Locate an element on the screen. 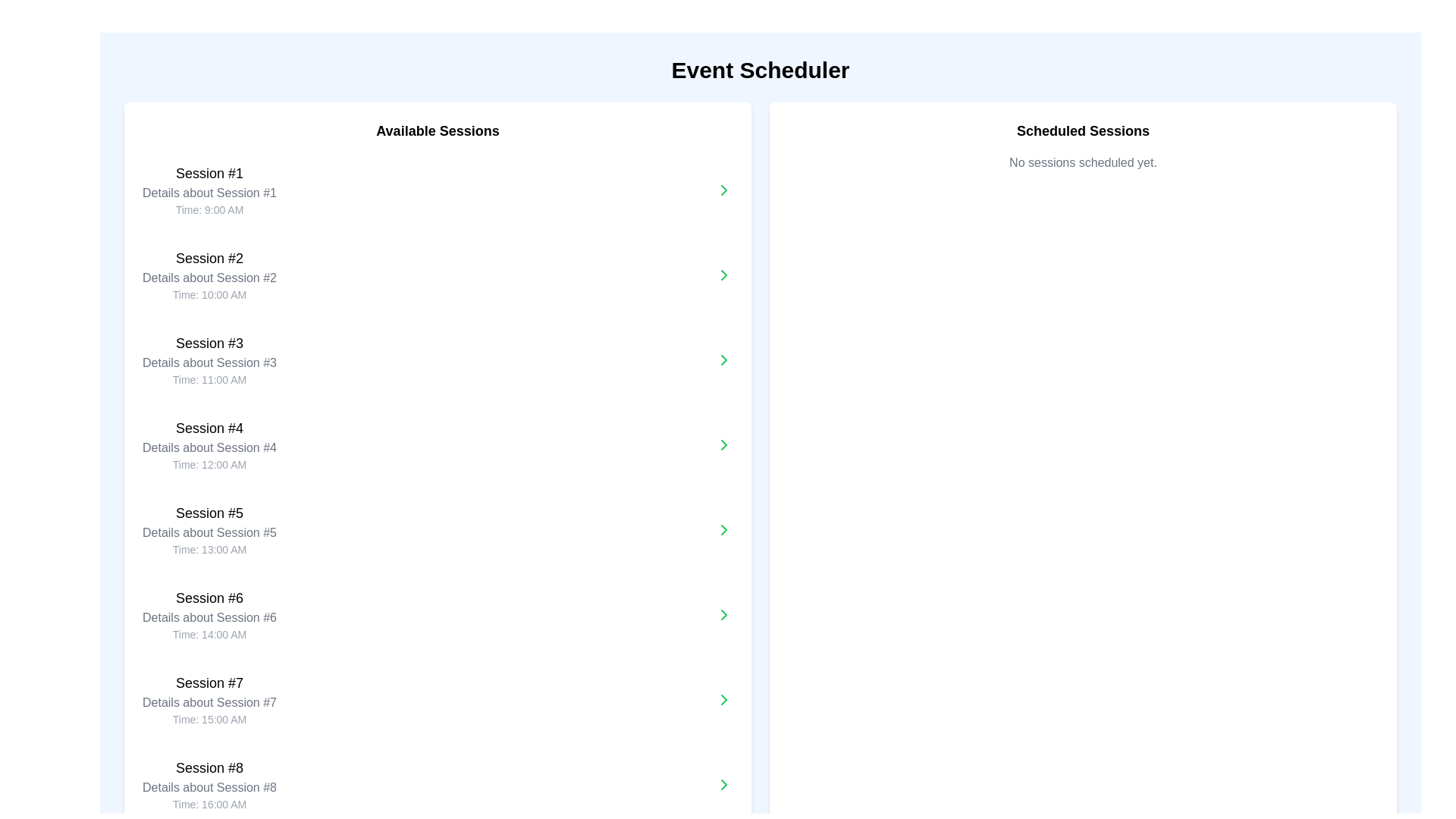 The height and width of the screenshot is (819, 1456). the text displaying the scheduled time for 'Session #8', located at the bottom of the block dedicated to this session is located at coordinates (209, 803).